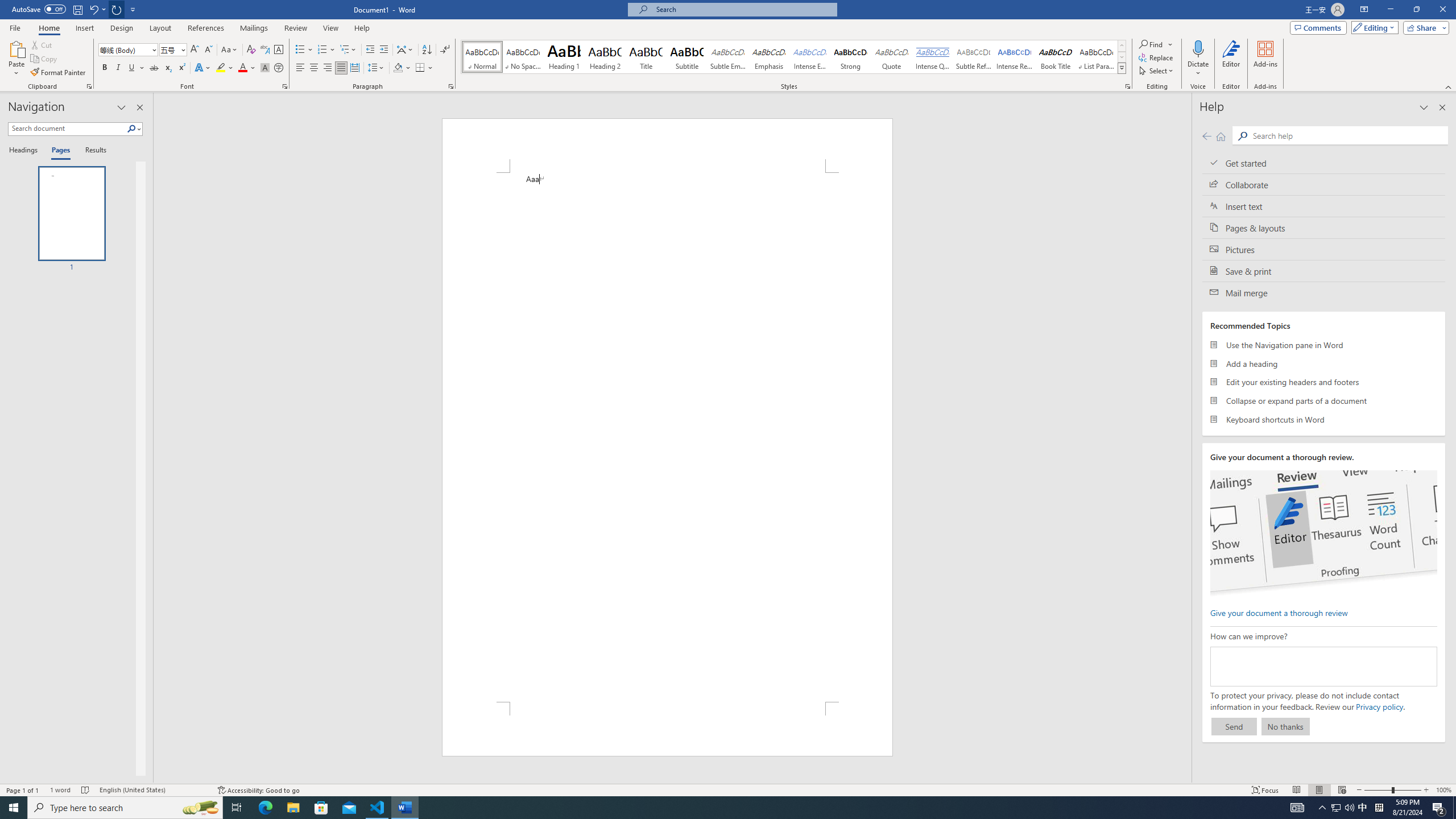  I want to click on 'Borders', so click(419, 67).